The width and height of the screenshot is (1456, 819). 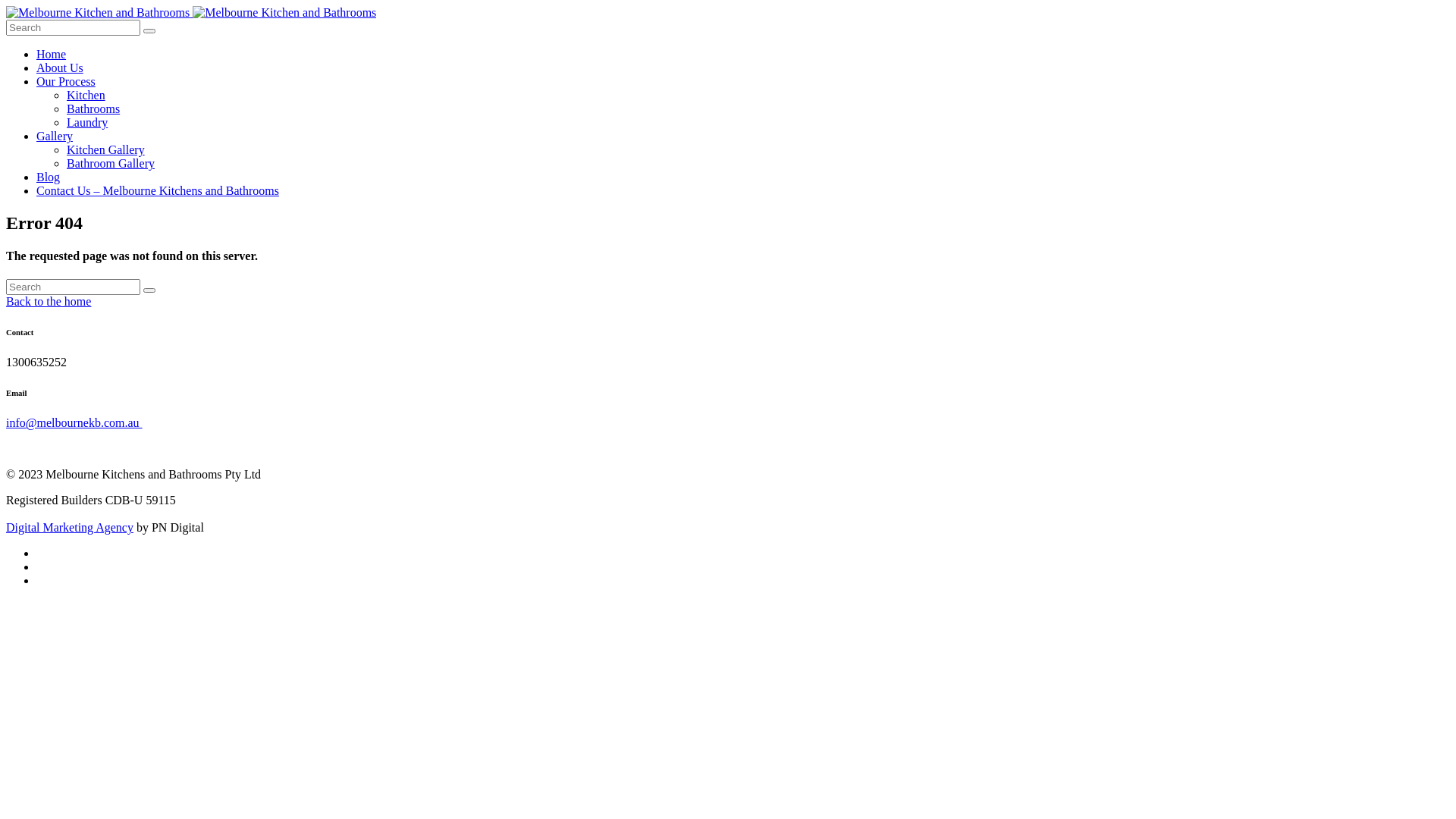 What do you see at coordinates (86, 121) in the screenshot?
I see `'Laundry'` at bounding box center [86, 121].